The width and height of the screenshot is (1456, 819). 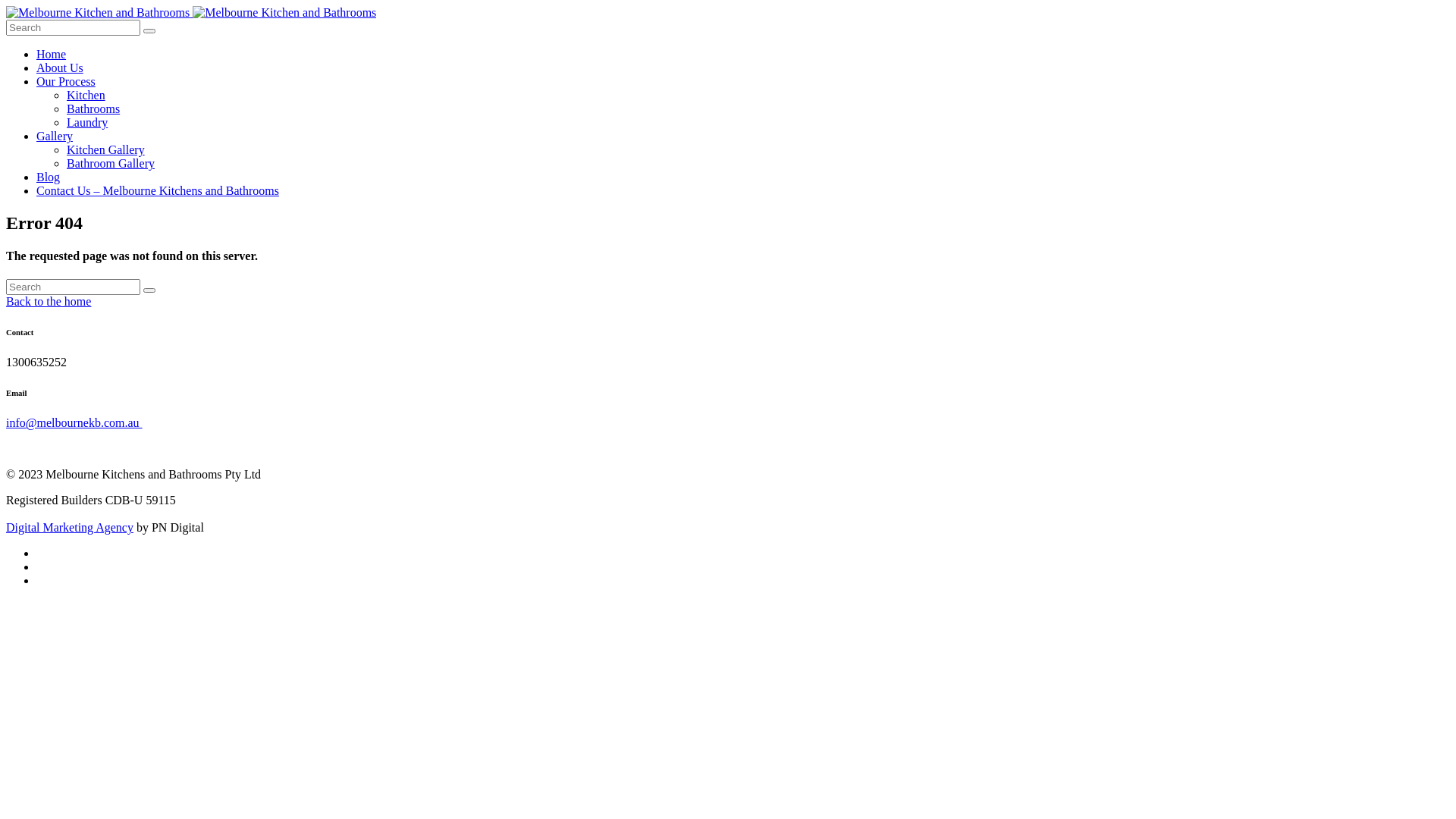 What do you see at coordinates (86, 121) in the screenshot?
I see `'Laundry'` at bounding box center [86, 121].